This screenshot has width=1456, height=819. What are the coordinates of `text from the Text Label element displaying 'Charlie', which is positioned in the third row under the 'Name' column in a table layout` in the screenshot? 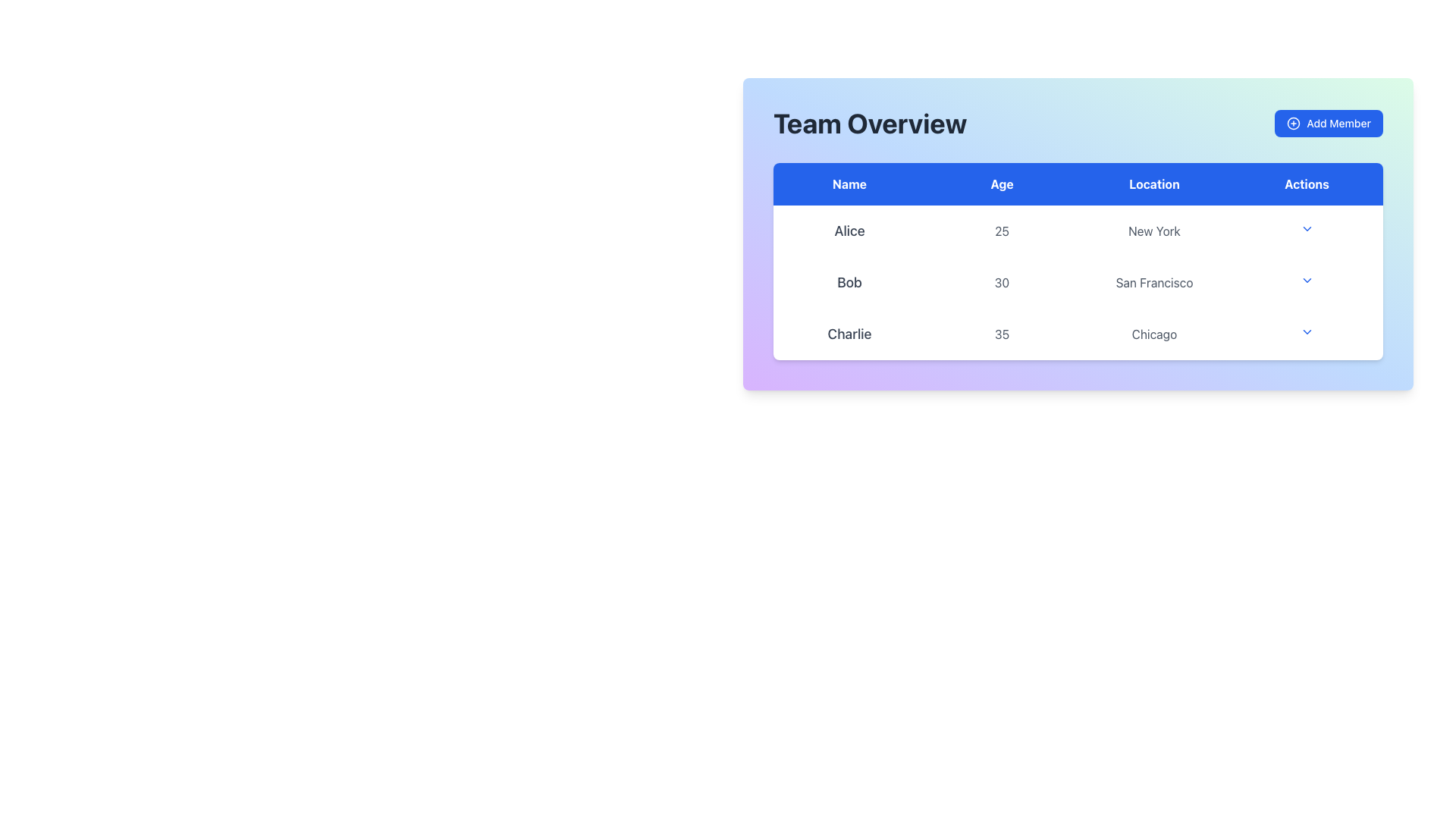 It's located at (849, 333).